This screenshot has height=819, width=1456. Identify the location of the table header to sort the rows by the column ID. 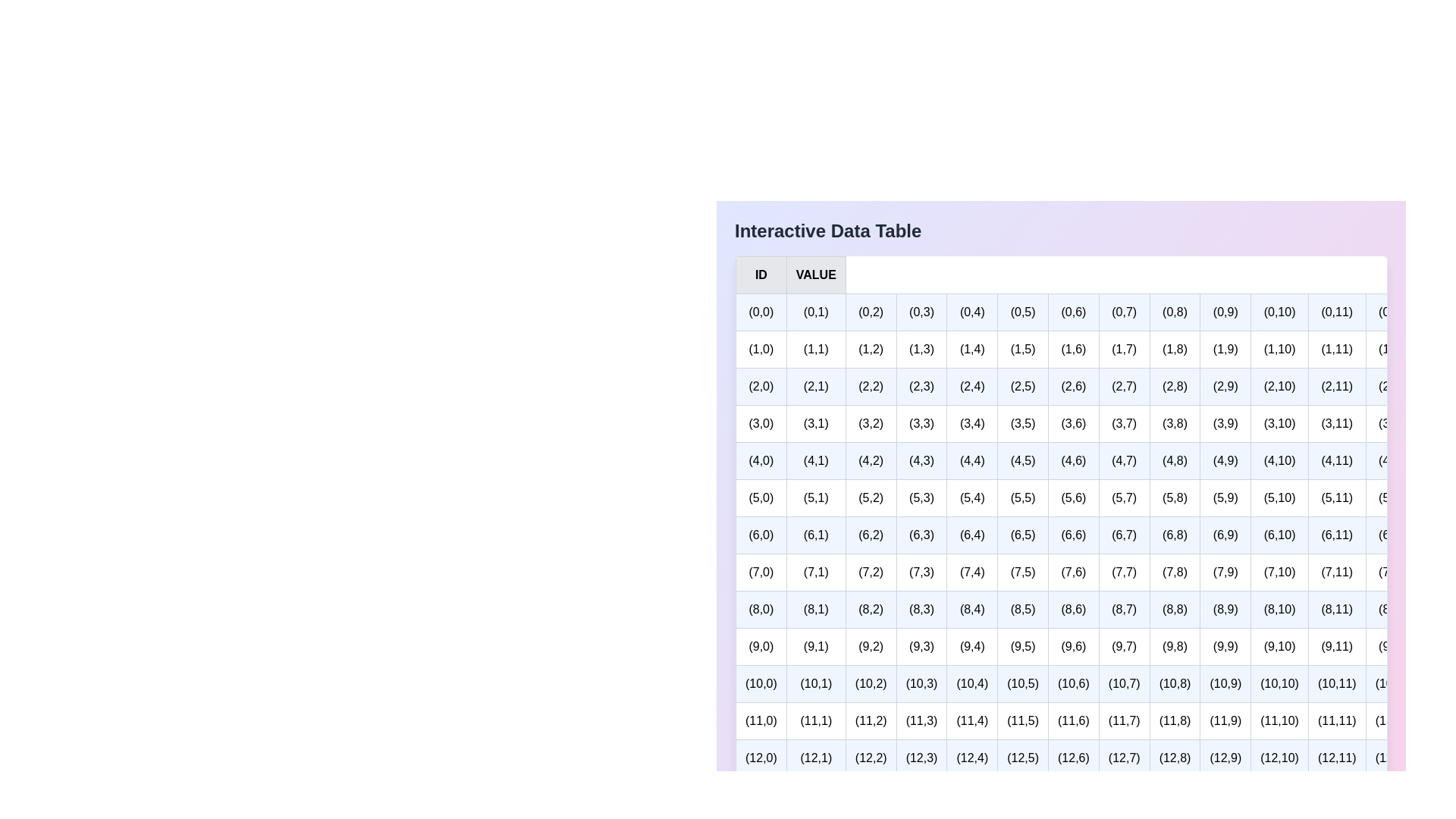
(736, 275).